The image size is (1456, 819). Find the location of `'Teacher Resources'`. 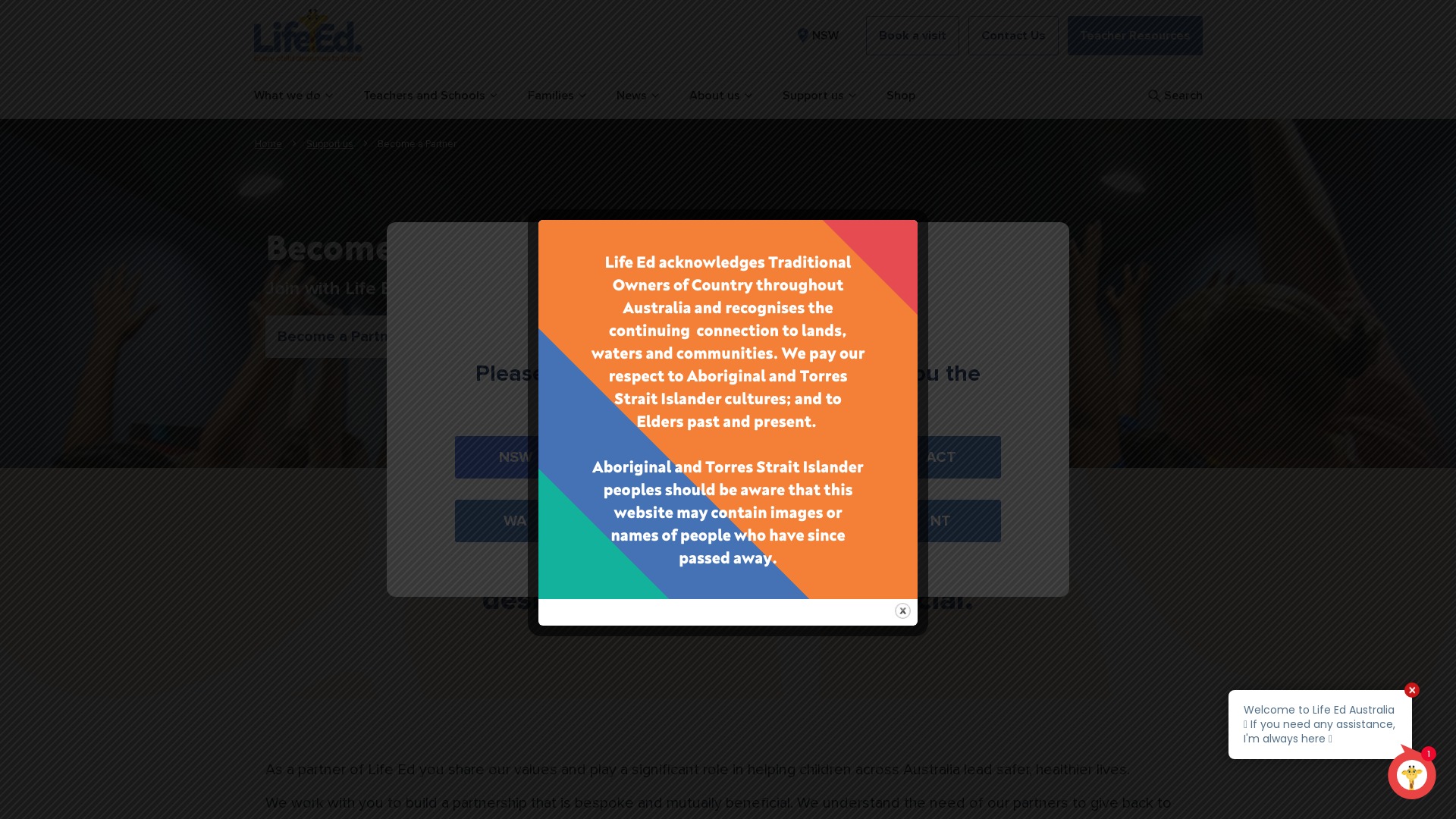

'Teacher Resources' is located at coordinates (1066, 34).